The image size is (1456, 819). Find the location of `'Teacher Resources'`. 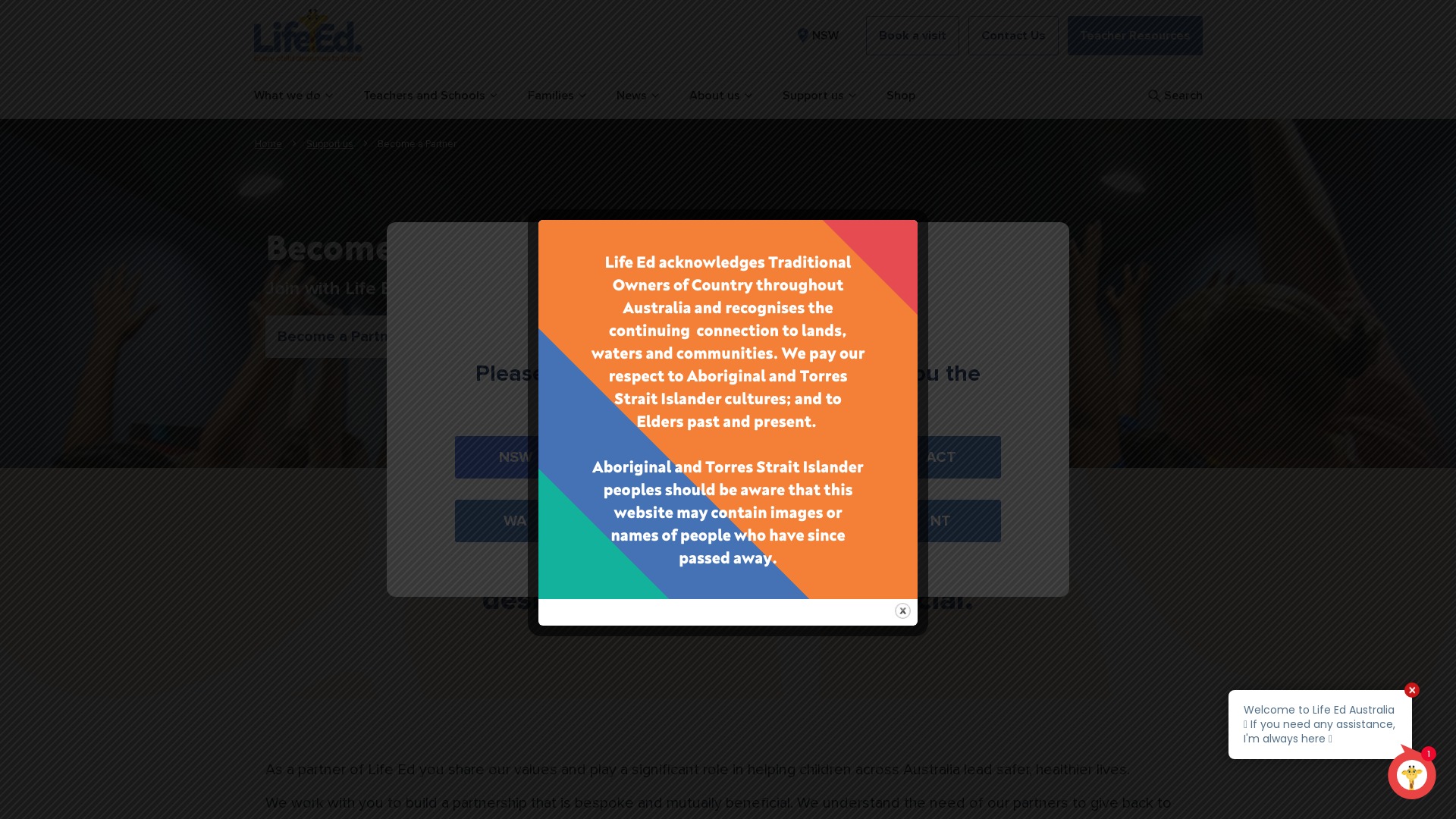

'Teacher Resources' is located at coordinates (1066, 34).